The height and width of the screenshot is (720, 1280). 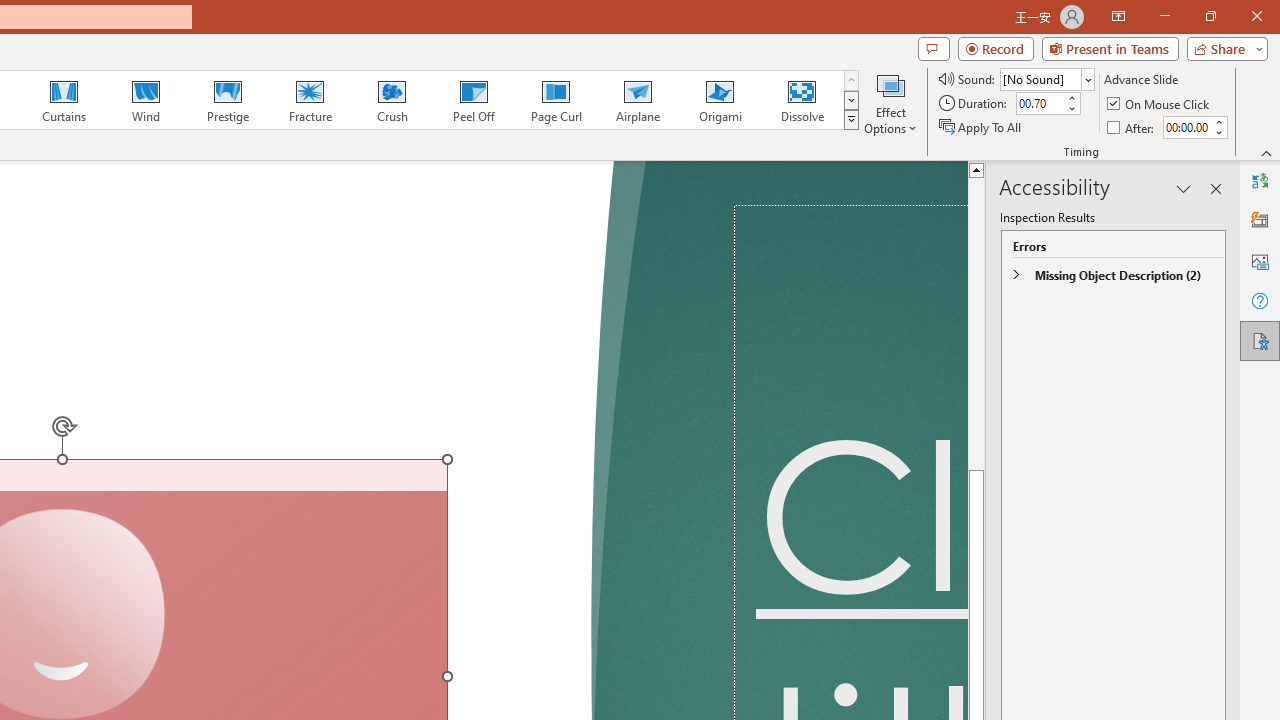 What do you see at coordinates (1132, 127) in the screenshot?
I see `'After'` at bounding box center [1132, 127].